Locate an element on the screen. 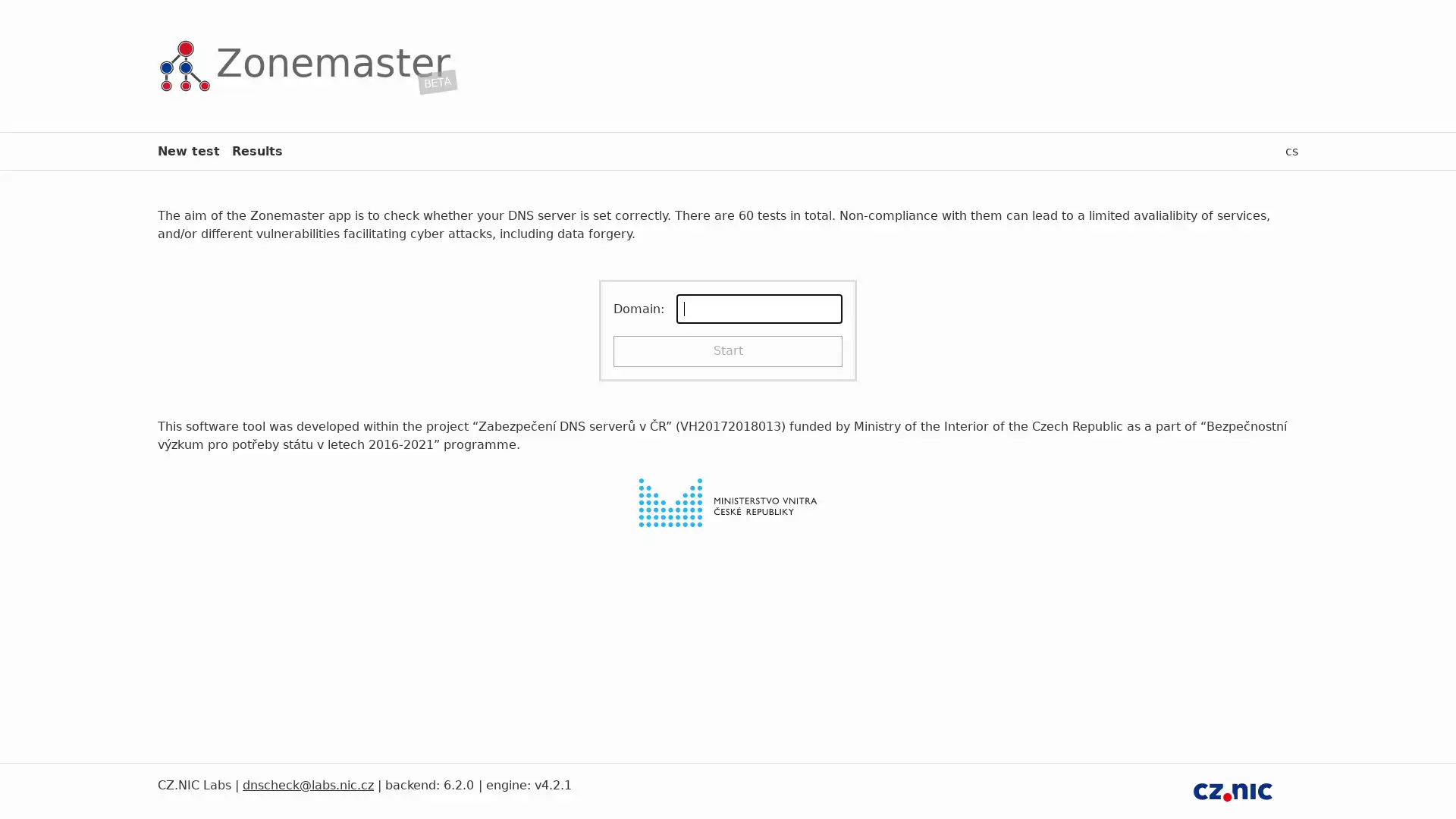 The width and height of the screenshot is (1456, 819). cs is located at coordinates (1291, 151).